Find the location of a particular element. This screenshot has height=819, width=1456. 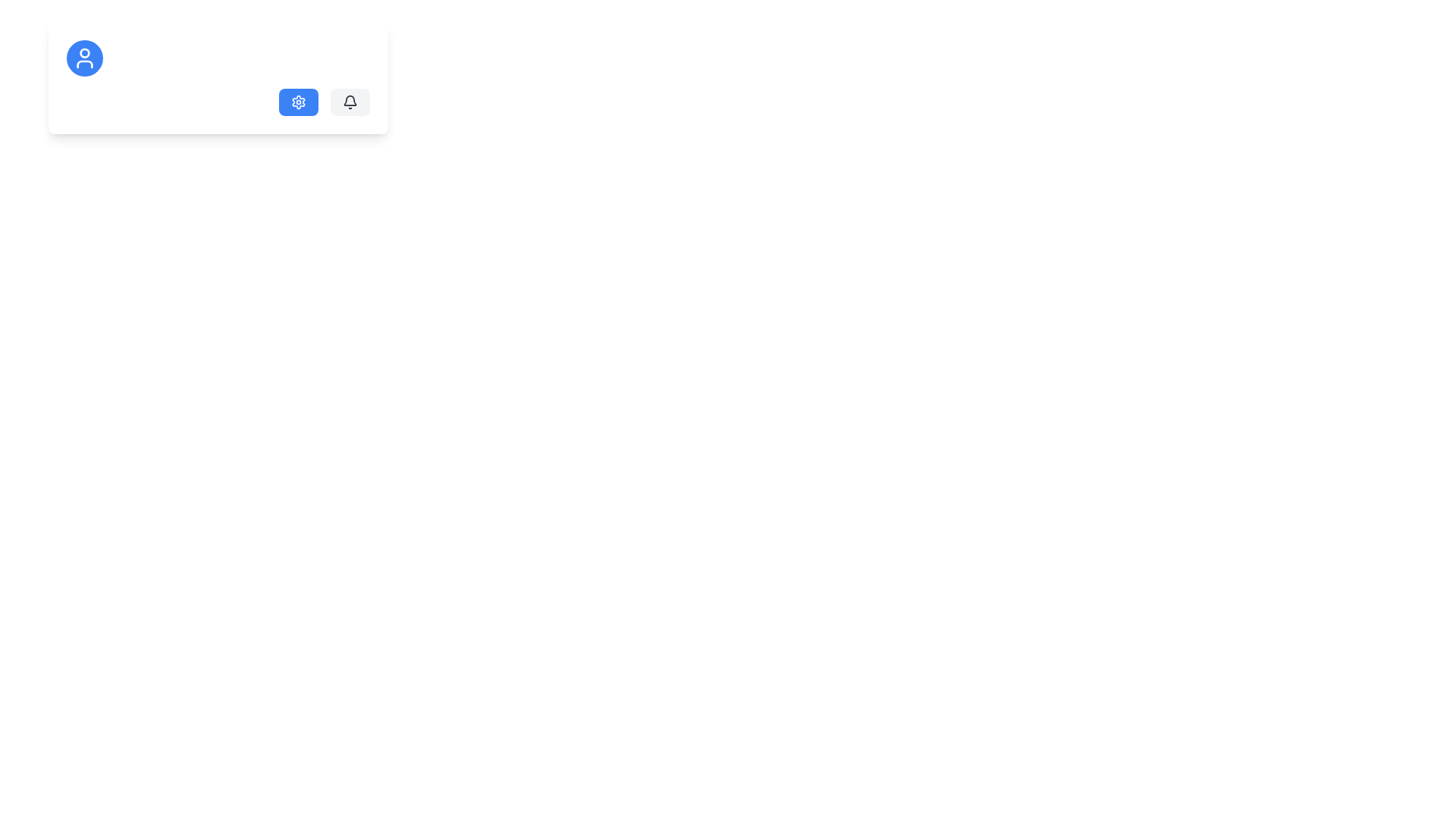

the circular graphical element that represents the user's profile in the user icon, located in the upper section of the user silhouette is located at coordinates (83, 52).